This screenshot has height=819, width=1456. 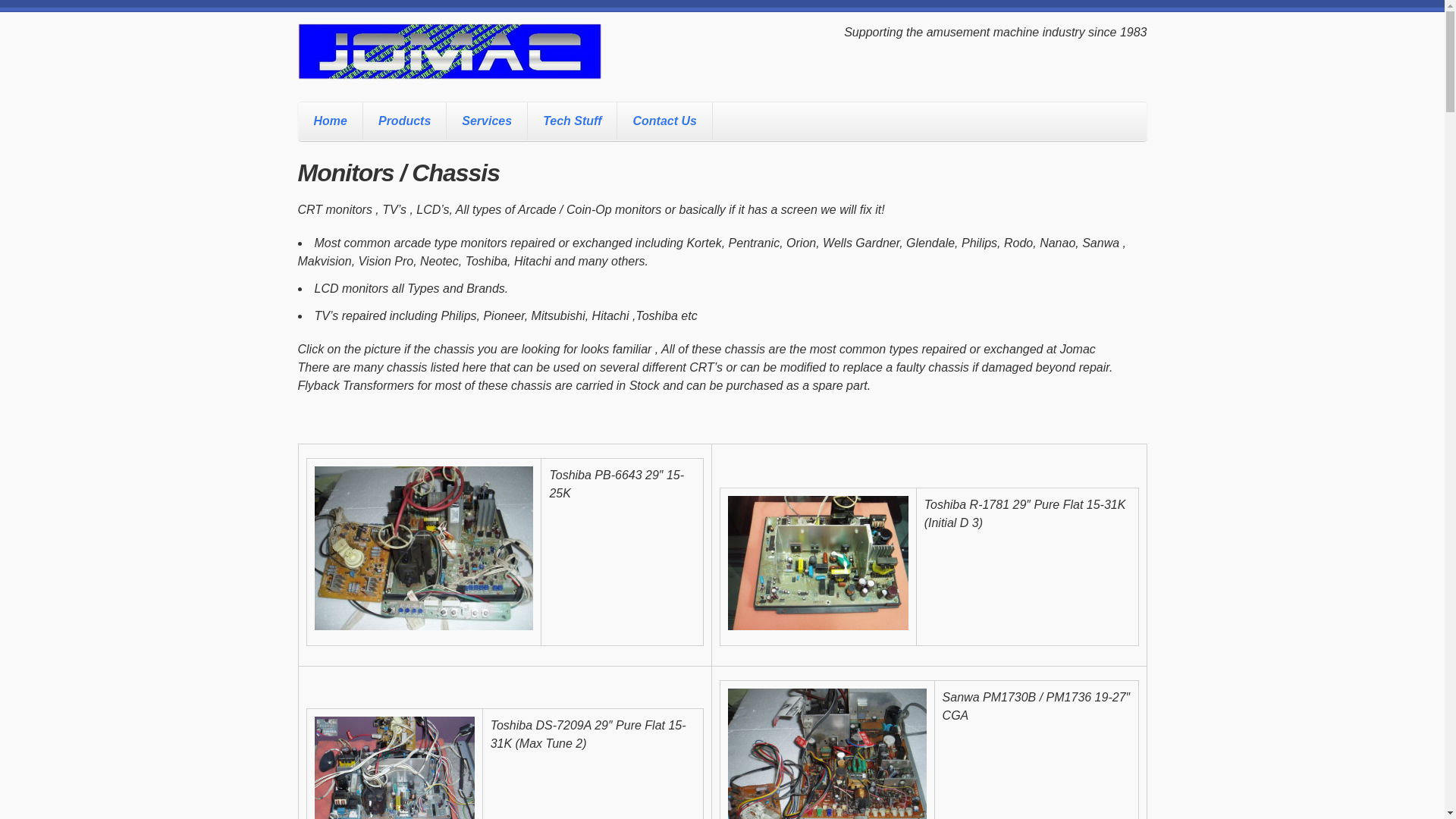 I want to click on 'Contact Us', so click(x=664, y=120).